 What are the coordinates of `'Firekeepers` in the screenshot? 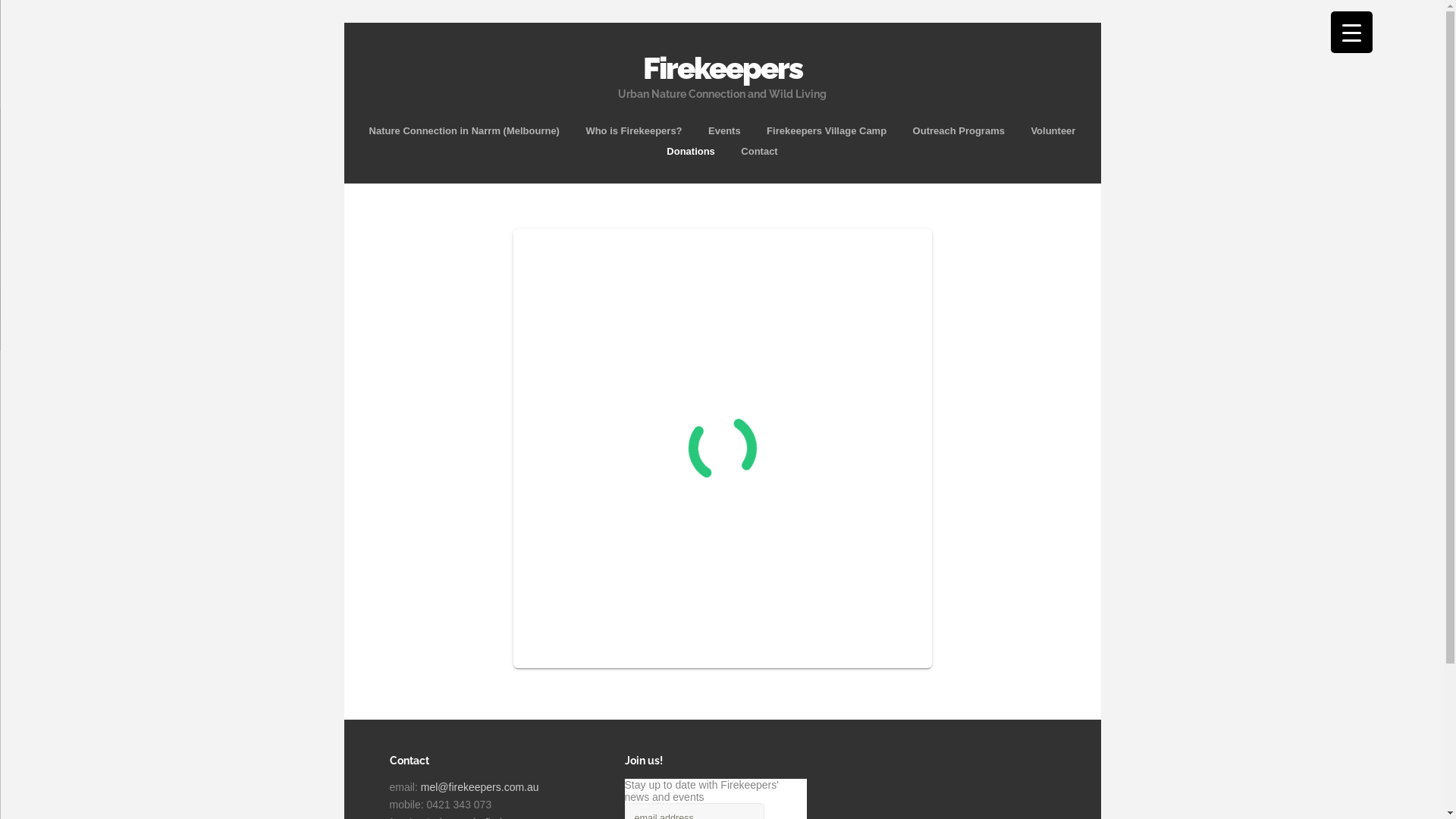 It's located at (722, 71).